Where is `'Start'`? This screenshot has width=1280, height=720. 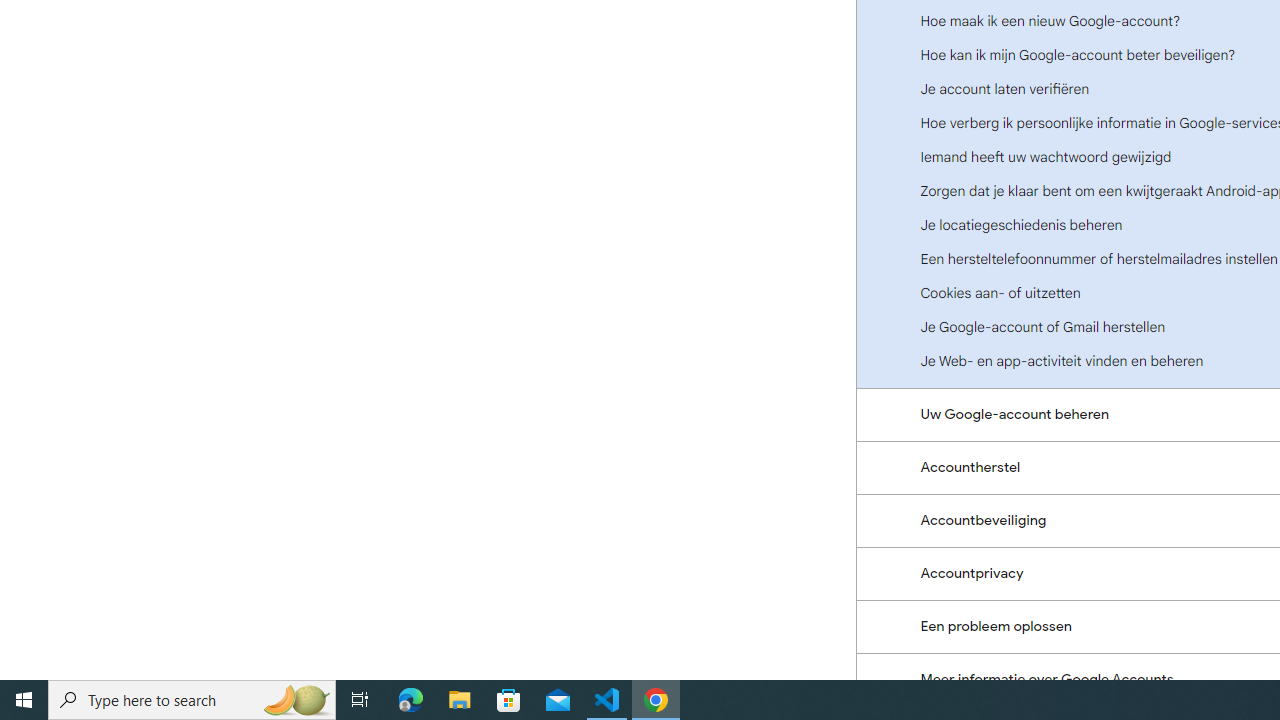 'Start' is located at coordinates (24, 698).